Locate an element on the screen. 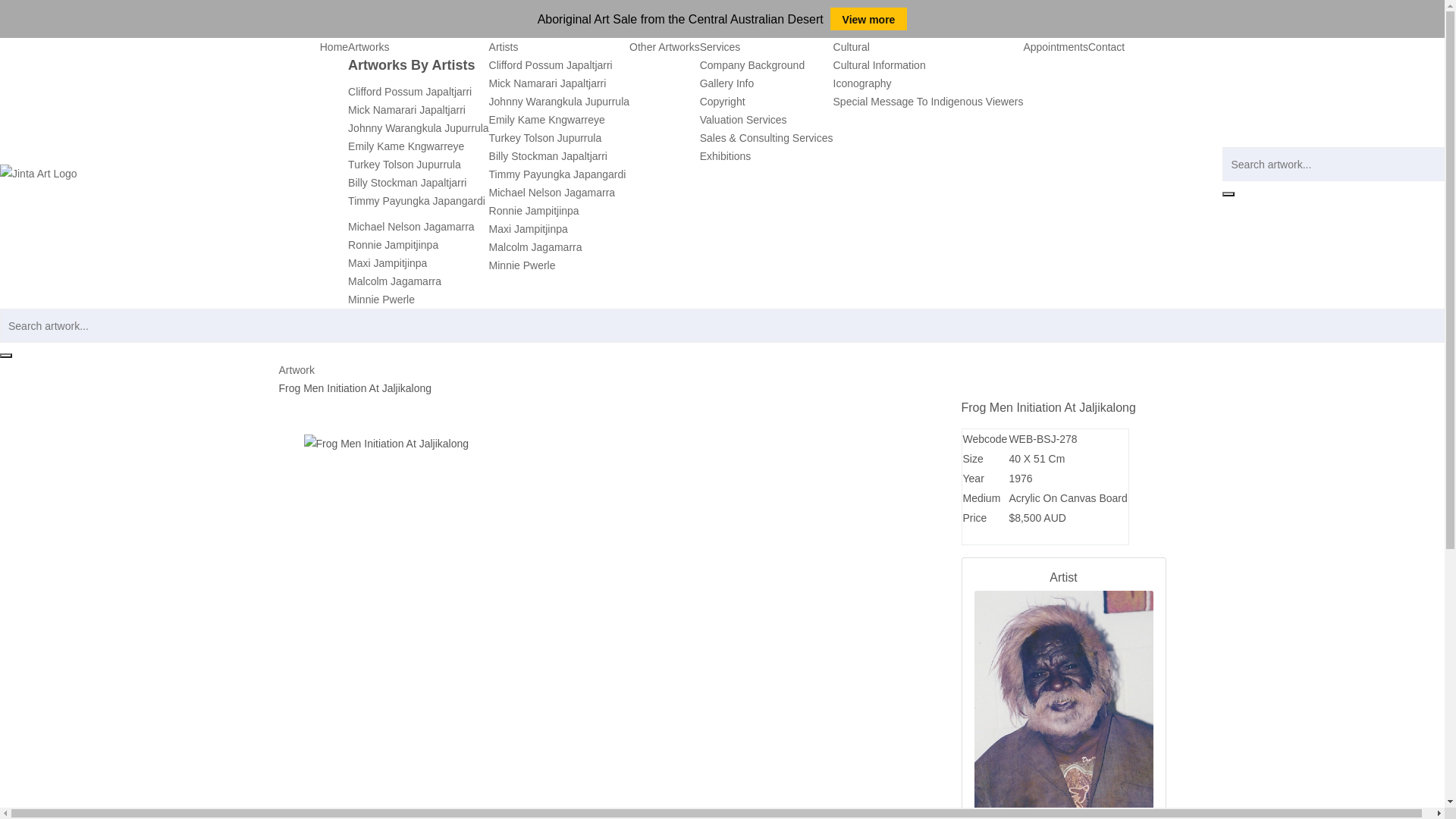  'Sales & Consulting Services' is located at coordinates (767, 137).